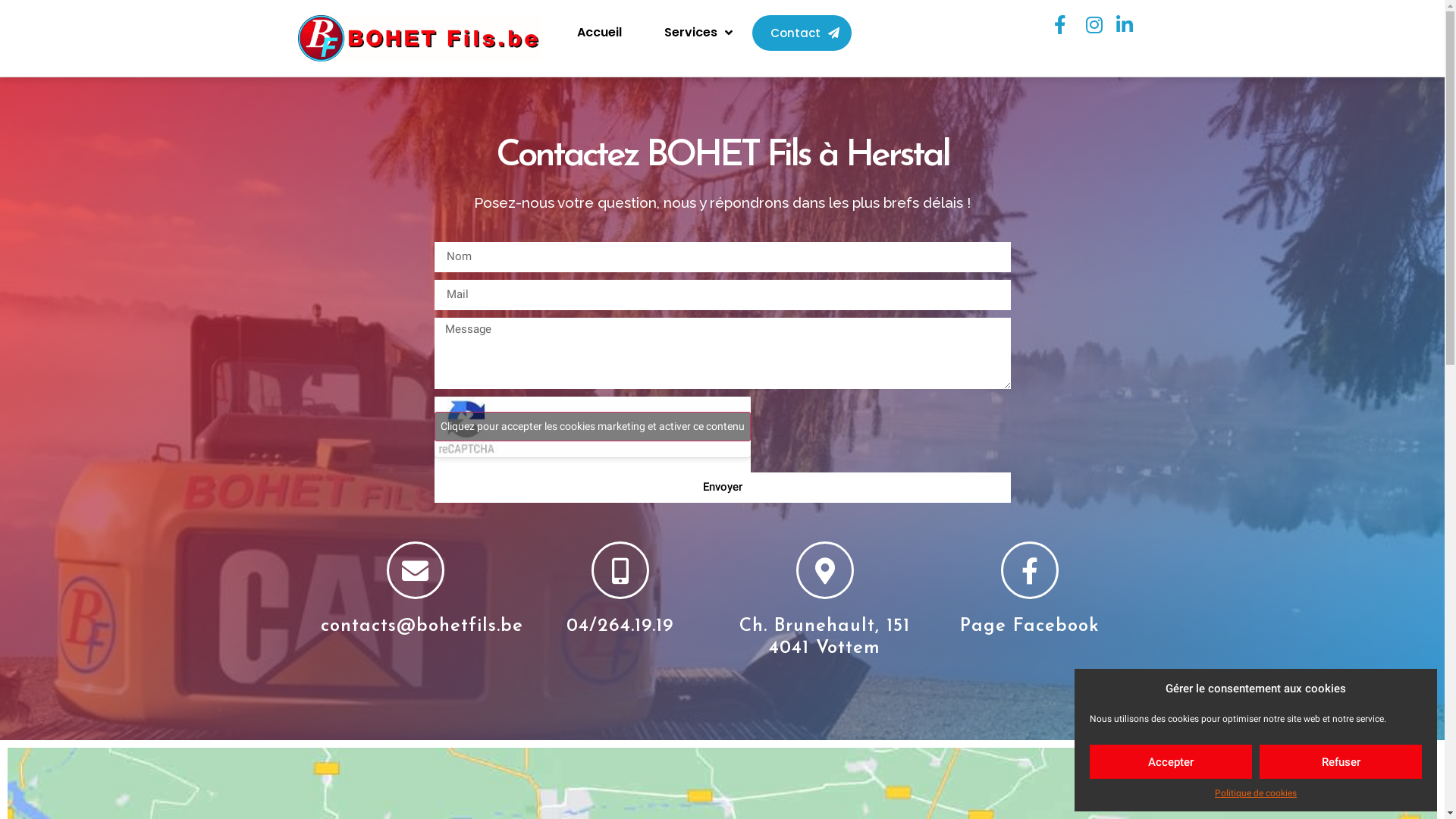 Image resolution: width=1456 pixels, height=819 pixels. What do you see at coordinates (319, 626) in the screenshot?
I see `'contacts@bohetfils.be'` at bounding box center [319, 626].